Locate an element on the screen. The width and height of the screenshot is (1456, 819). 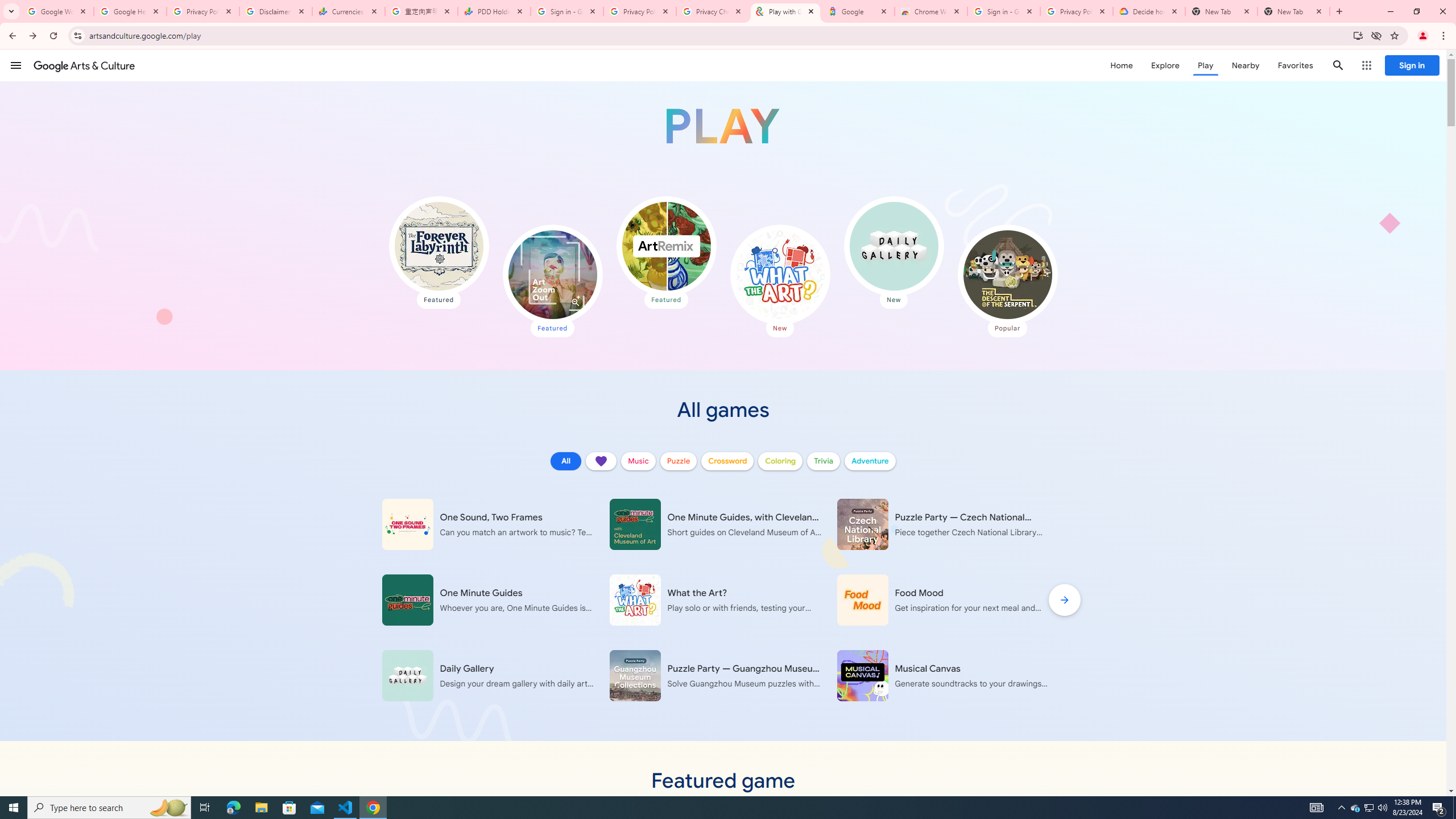
'Privacy Checkup' is located at coordinates (712, 11).